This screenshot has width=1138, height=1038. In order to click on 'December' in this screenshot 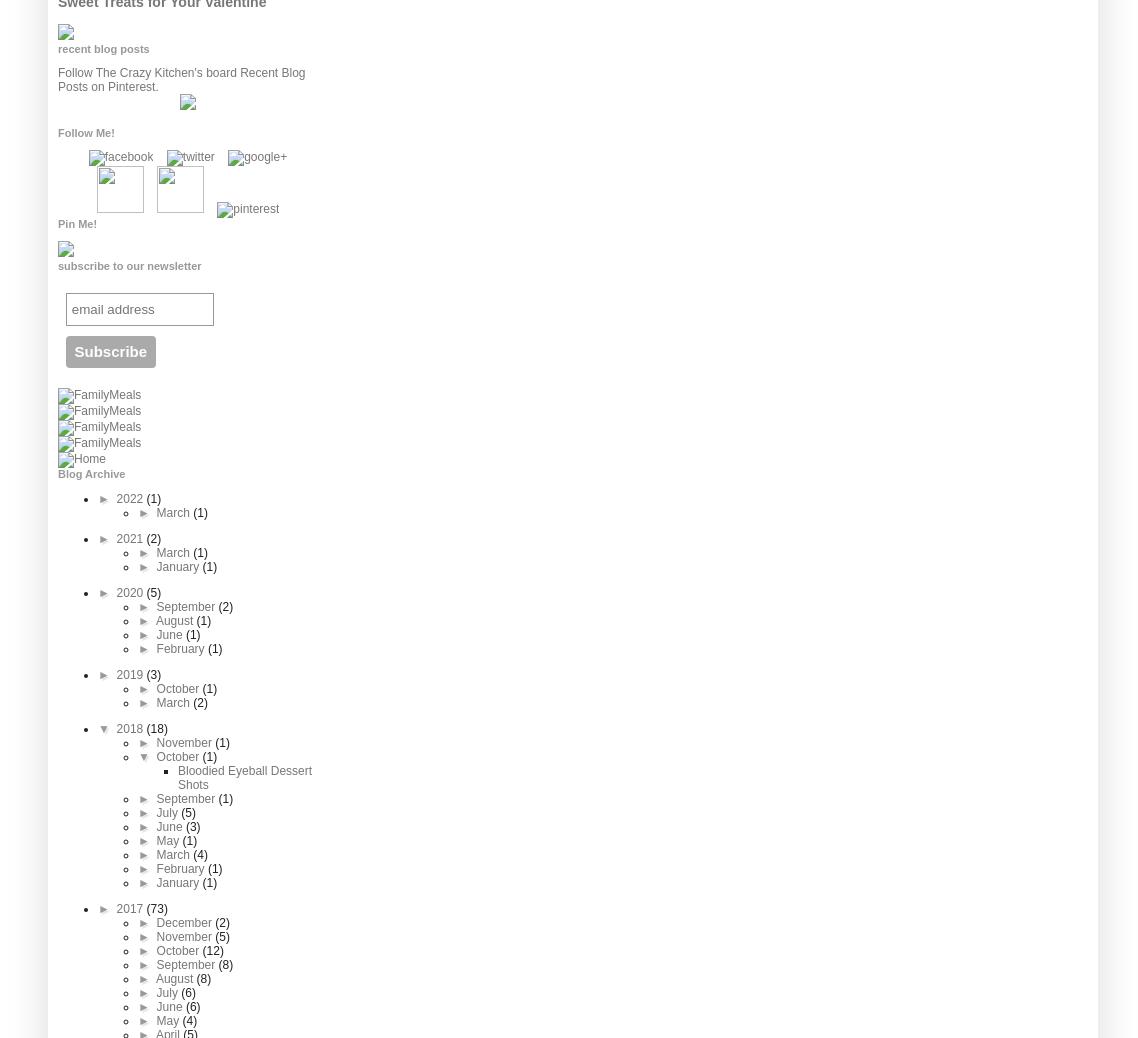, I will do `click(156, 922)`.